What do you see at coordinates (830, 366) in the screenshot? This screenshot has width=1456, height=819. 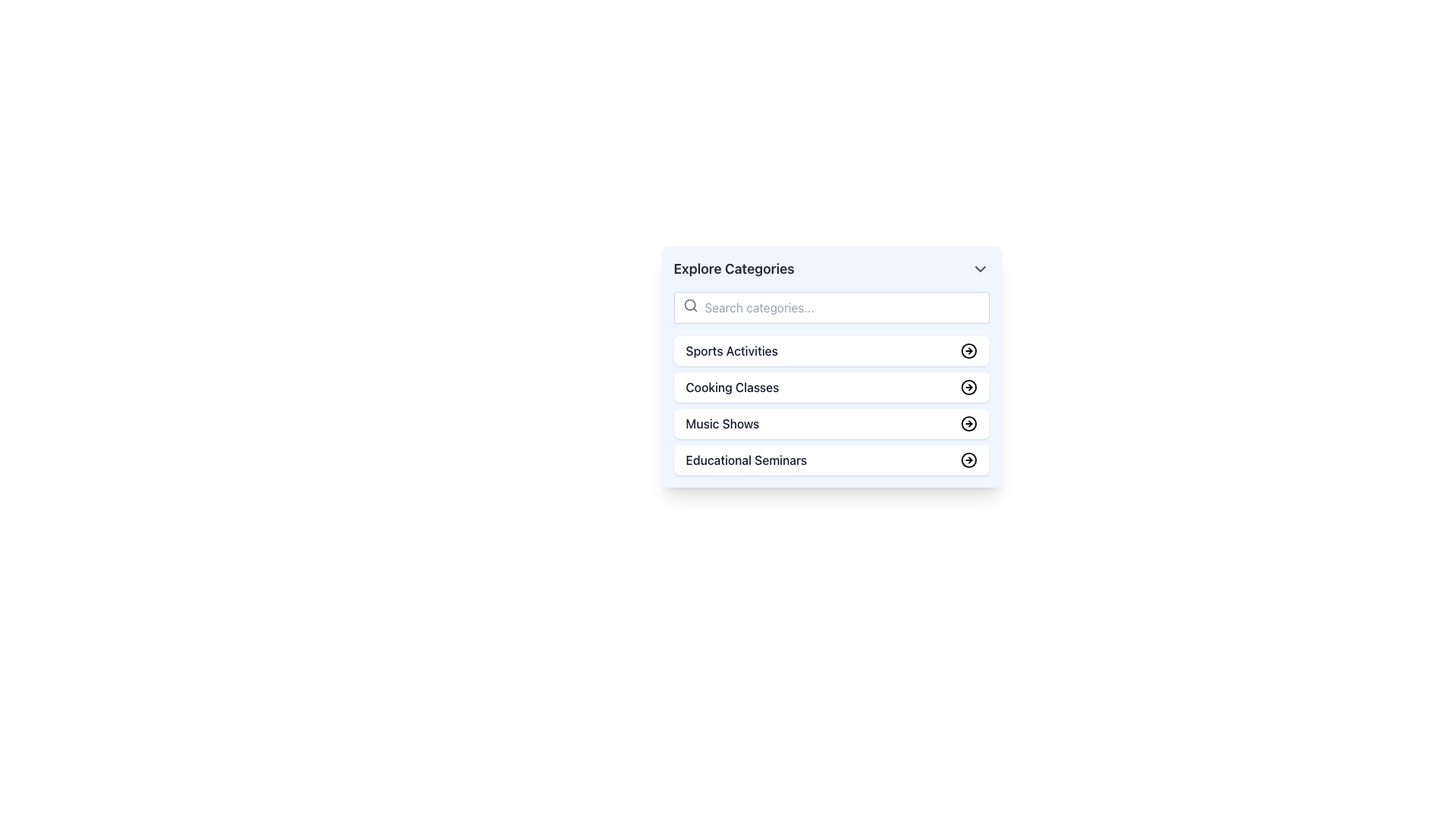 I see `the first button in the vertical stack under the 'Explore Categories' card` at bounding box center [830, 366].